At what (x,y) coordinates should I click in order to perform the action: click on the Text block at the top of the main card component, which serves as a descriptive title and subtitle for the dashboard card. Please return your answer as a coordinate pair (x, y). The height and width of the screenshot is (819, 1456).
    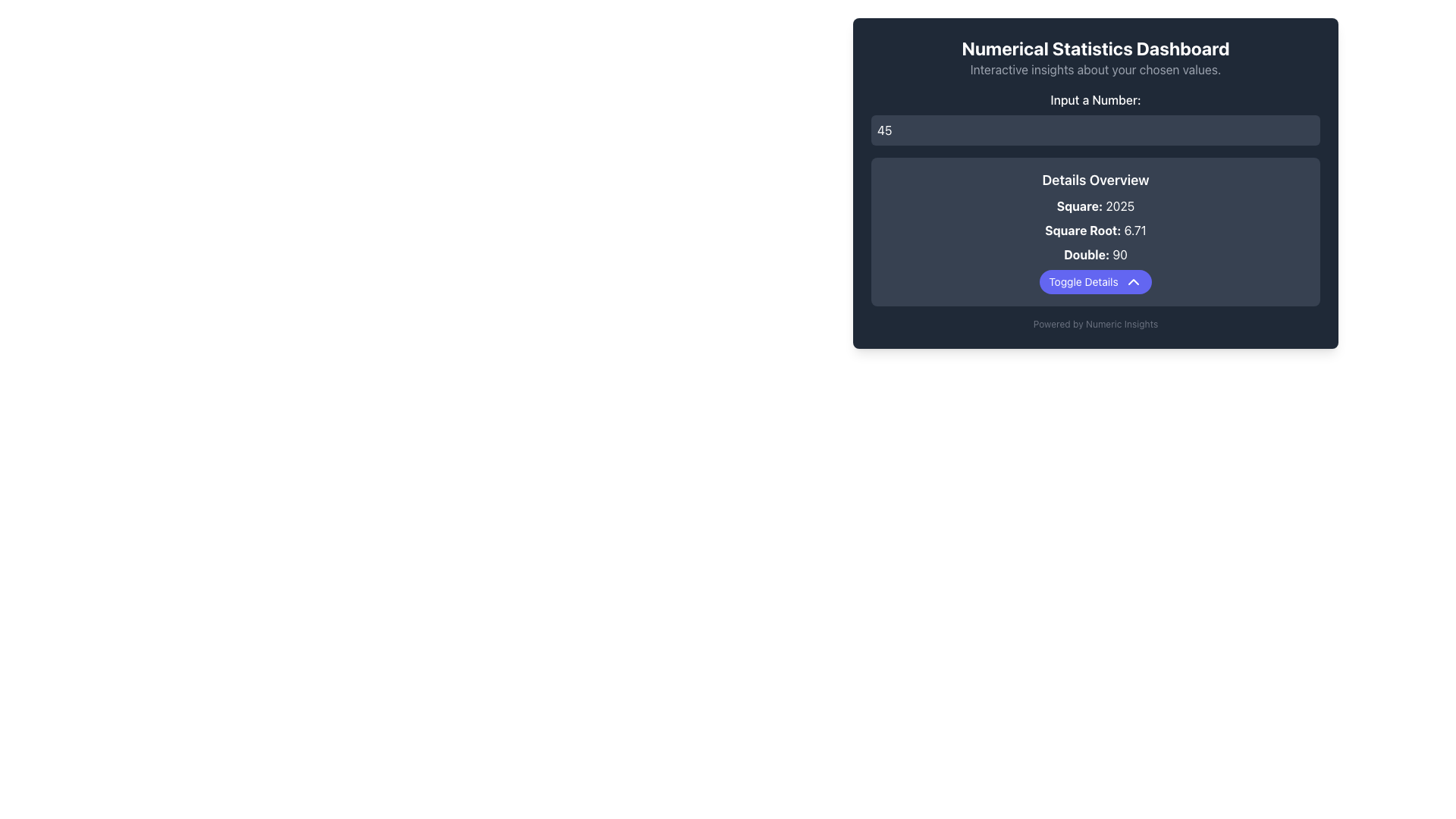
    Looking at the image, I should click on (1095, 57).